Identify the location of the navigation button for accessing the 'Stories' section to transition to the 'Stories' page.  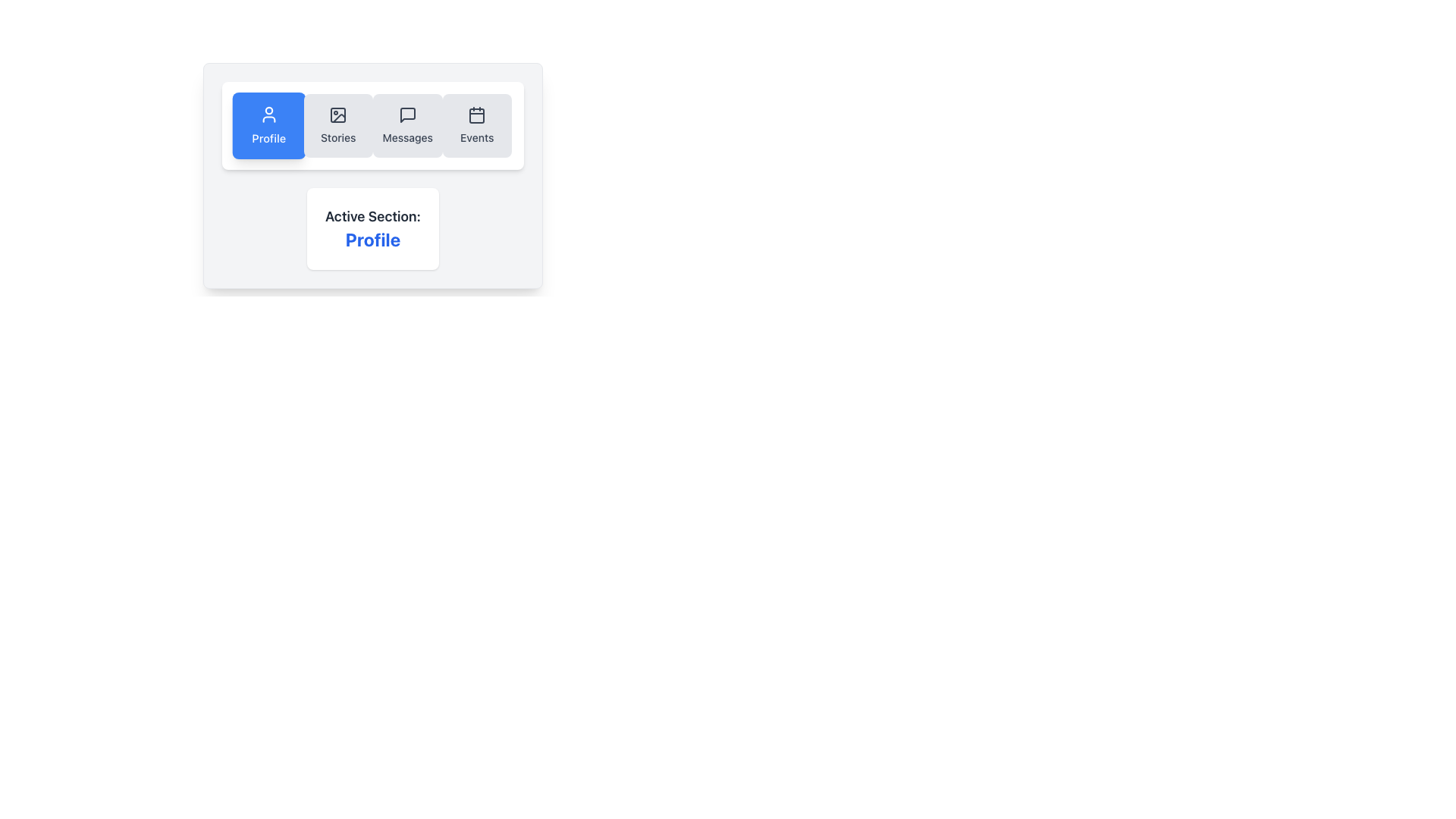
(337, 124).